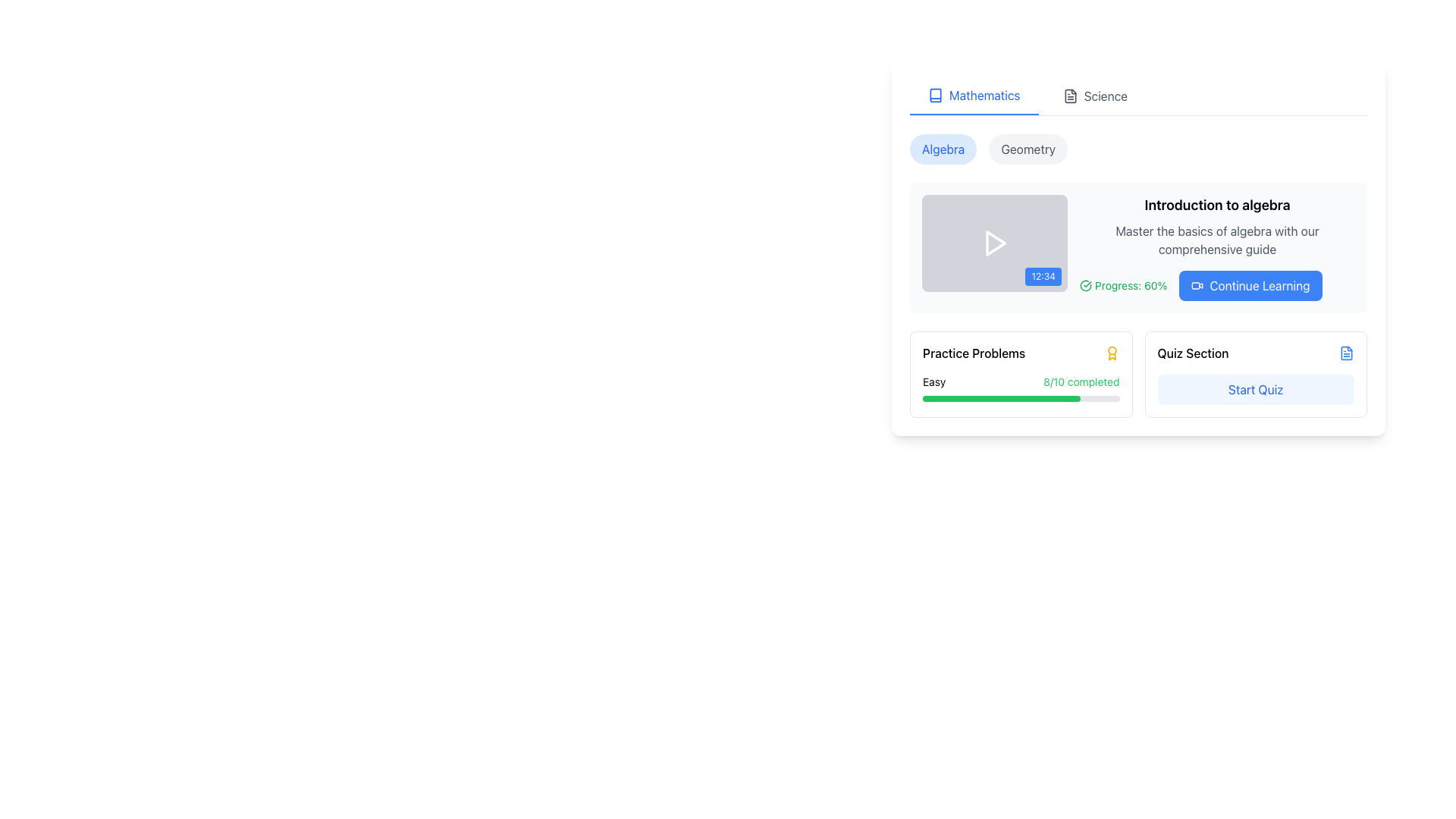 Image resolution: width=1456 pixels, height=819 pixels. I want to click on the circular green checkmark icon with a checkmark symbol, so click(1084, 286).